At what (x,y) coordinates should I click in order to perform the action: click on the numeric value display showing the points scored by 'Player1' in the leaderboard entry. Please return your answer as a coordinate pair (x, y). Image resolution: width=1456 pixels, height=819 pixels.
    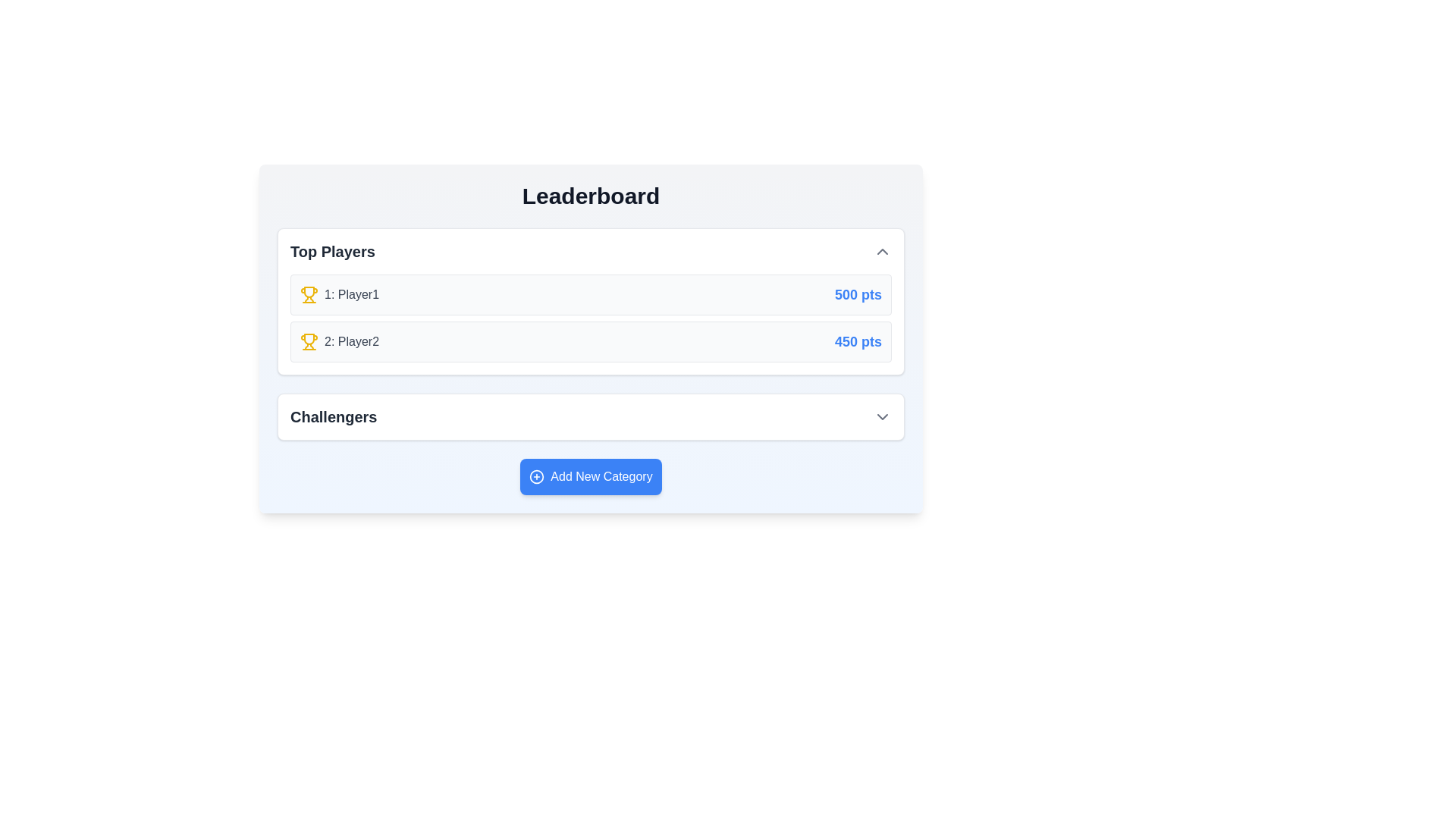
    Looking at the image, I should click on (858, 295).